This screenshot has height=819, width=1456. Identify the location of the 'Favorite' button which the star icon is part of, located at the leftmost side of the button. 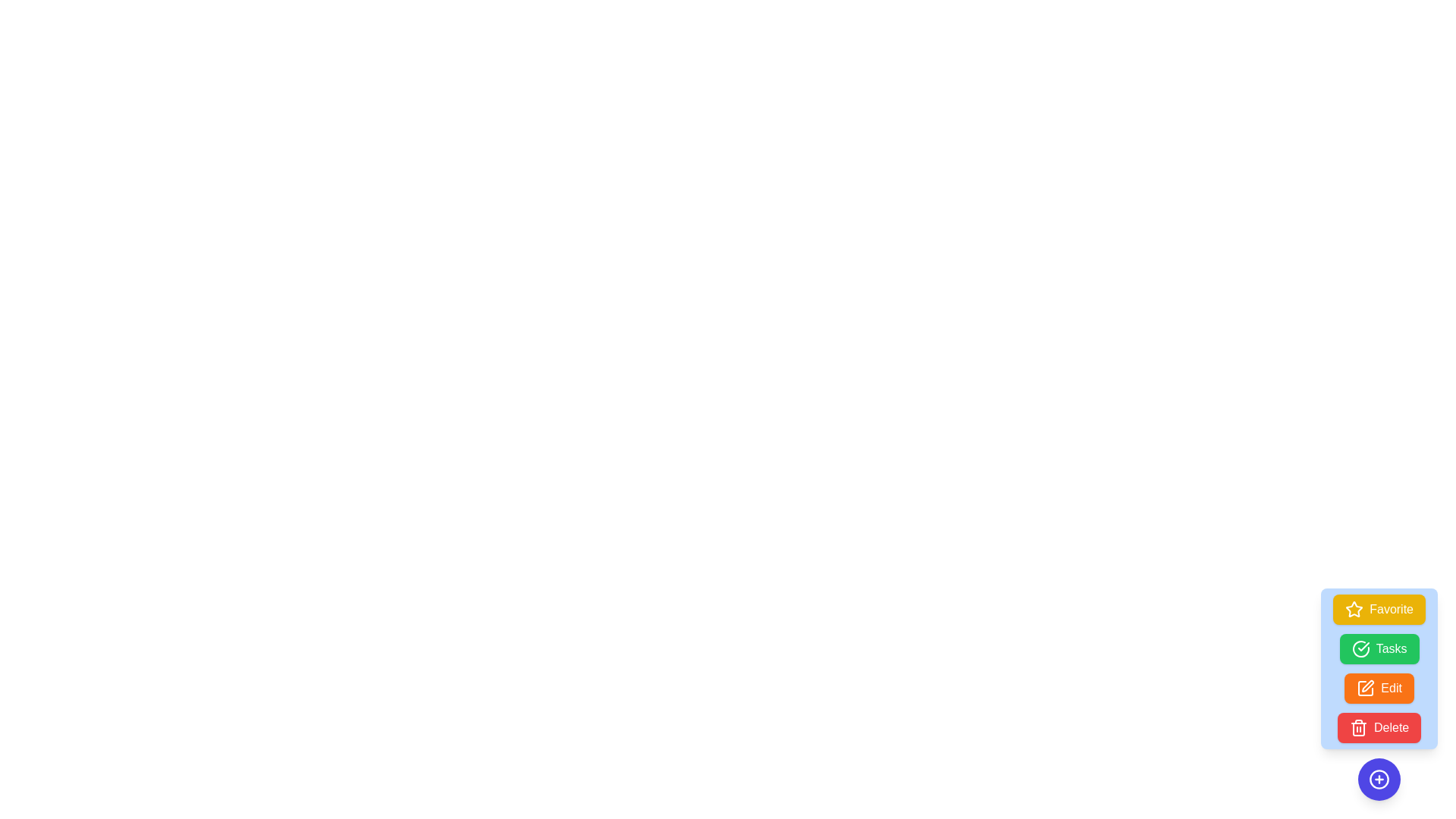
(1354, 608).